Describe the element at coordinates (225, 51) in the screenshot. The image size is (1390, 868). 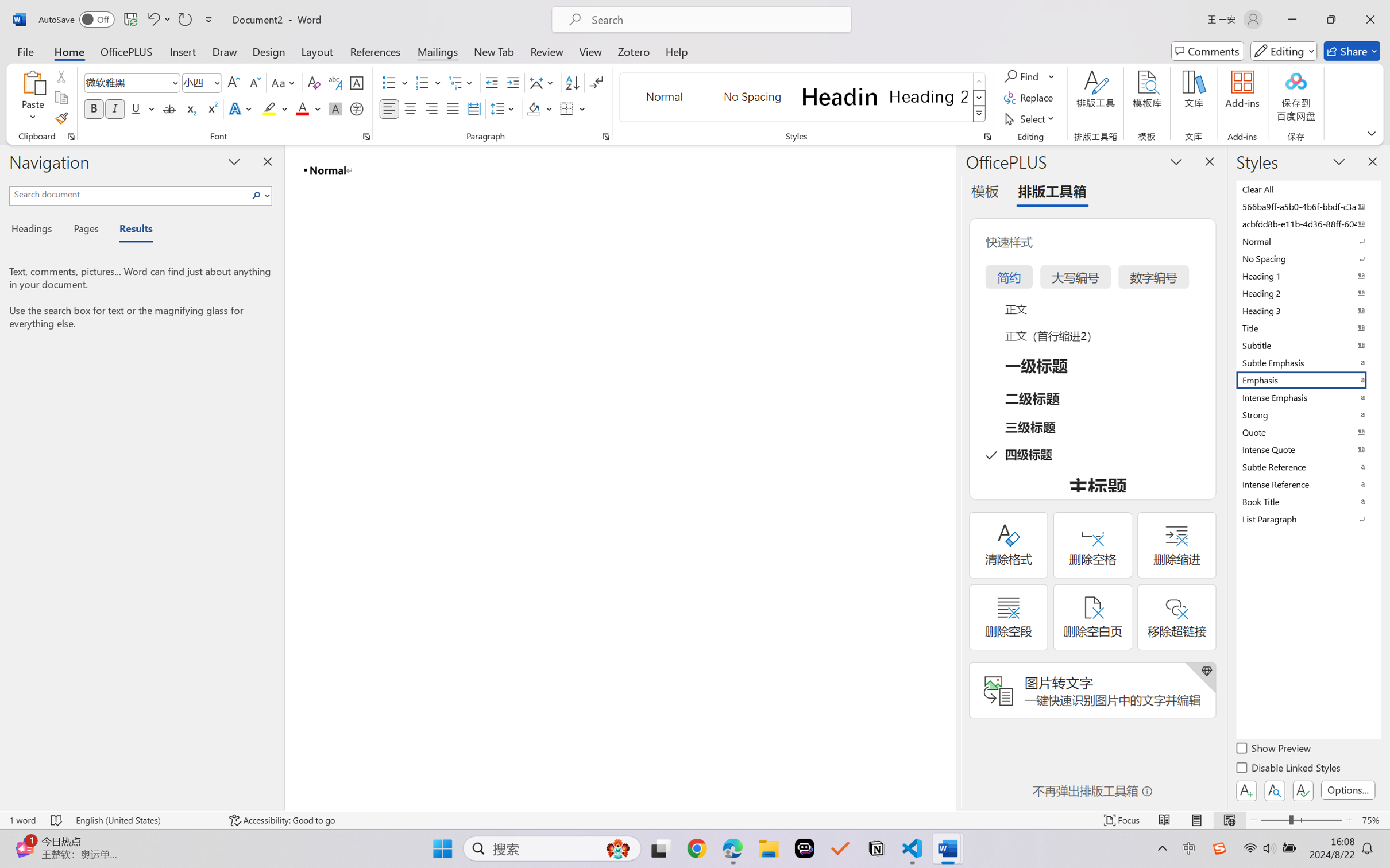
I see `'Draw'` at that location.